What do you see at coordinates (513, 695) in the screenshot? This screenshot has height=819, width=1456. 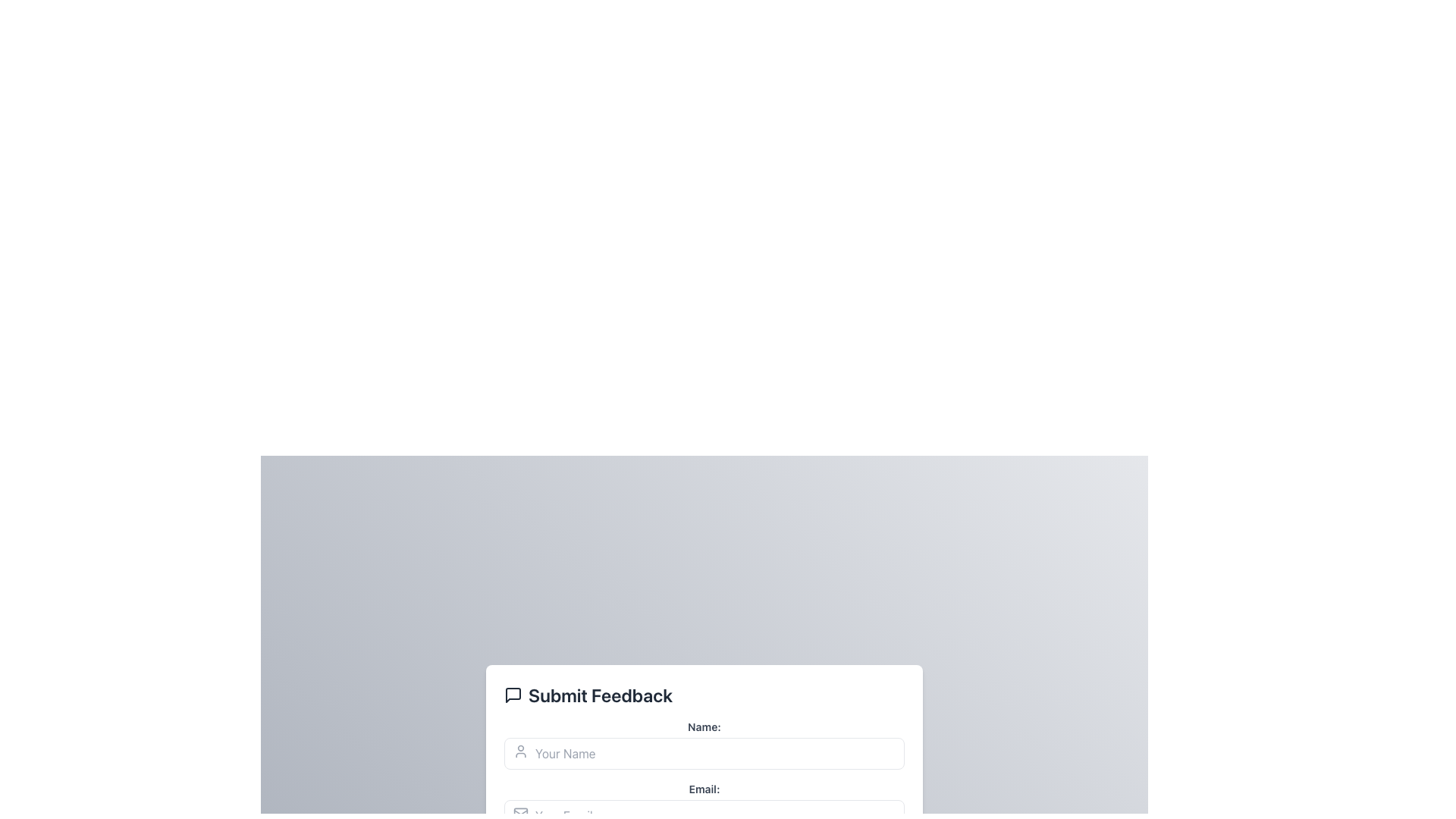 I see `the speech bubble icon located to the left of the 'Submit Feedback' text` at bounding box center [513, 695].